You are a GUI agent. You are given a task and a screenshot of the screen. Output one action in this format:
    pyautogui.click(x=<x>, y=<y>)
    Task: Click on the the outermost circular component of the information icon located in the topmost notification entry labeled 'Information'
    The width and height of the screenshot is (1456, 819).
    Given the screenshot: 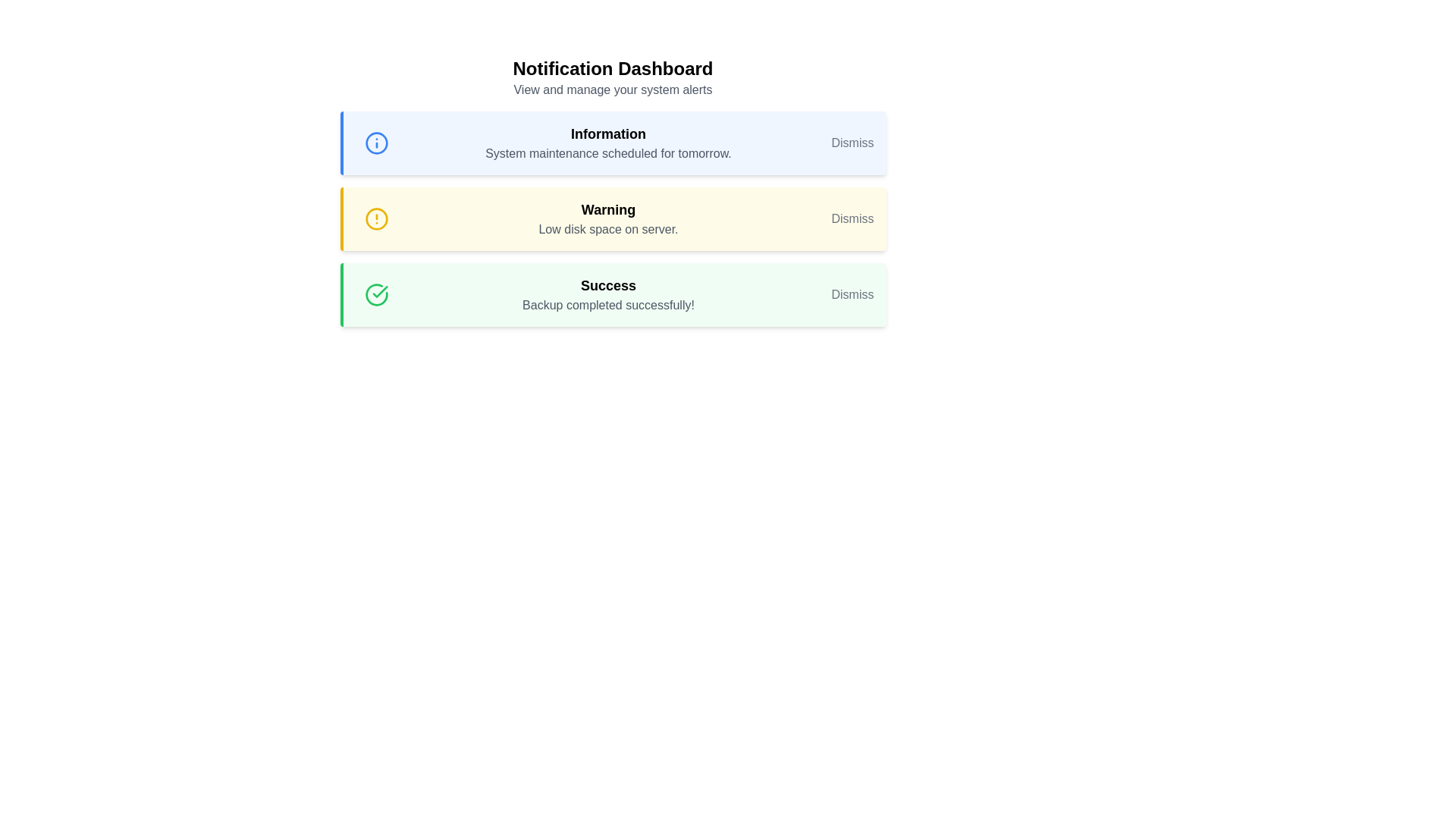 What is the action you would take?
    pyautogui.click(x=376, y=143)
    